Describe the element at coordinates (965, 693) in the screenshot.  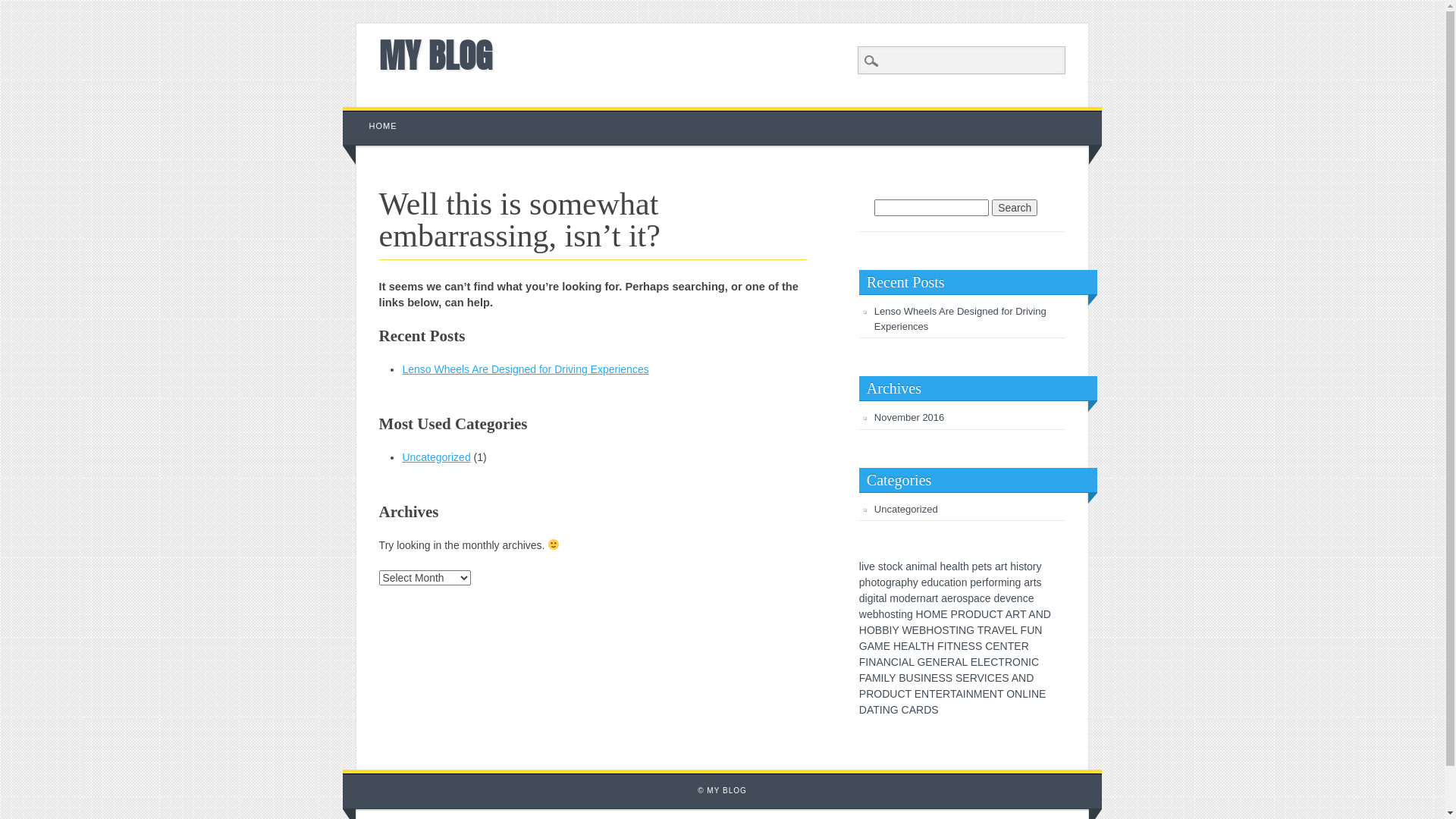
I see `'N'` at that location.